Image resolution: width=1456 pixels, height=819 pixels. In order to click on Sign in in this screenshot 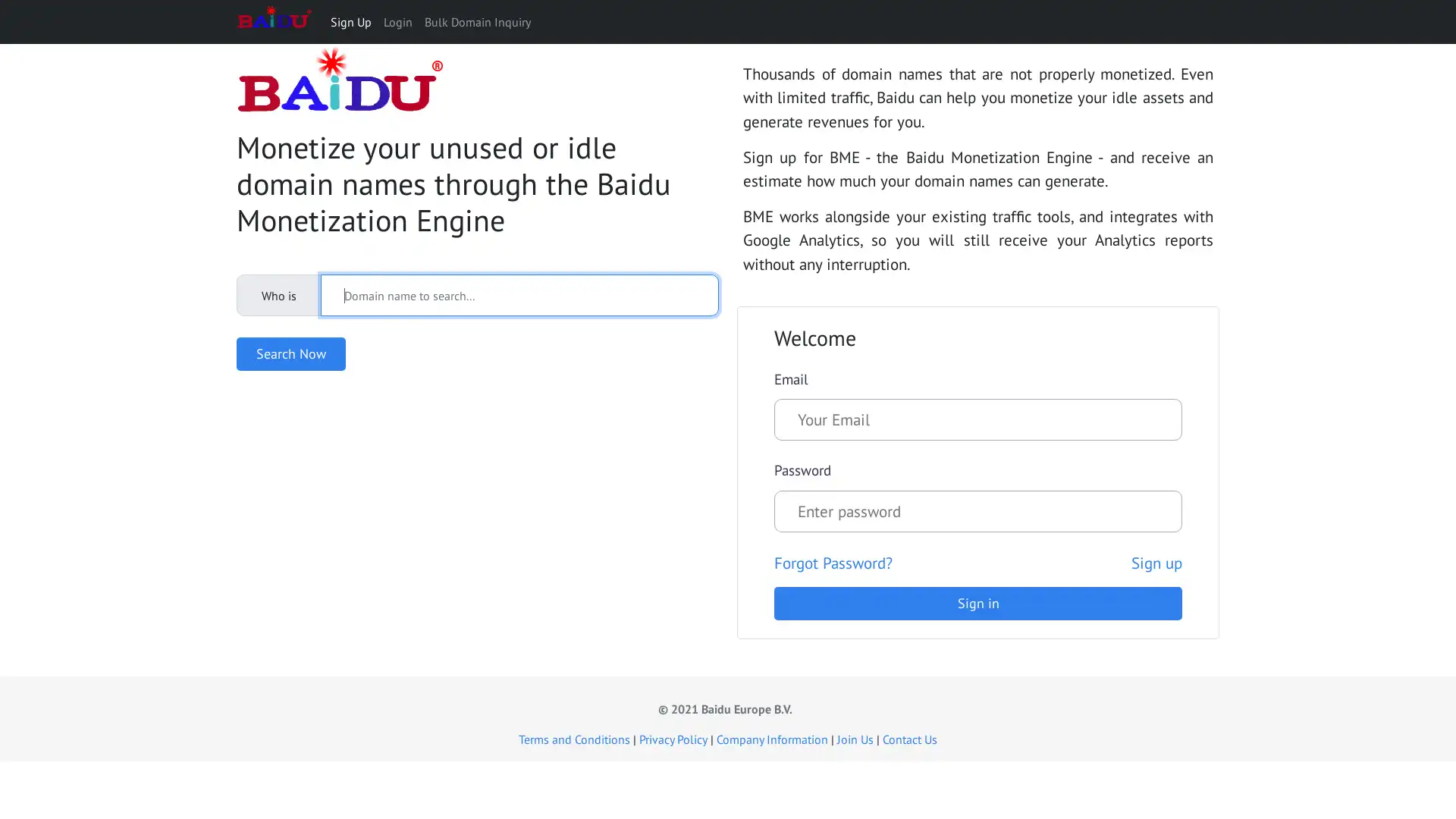, I will do `click(978, 601)`.